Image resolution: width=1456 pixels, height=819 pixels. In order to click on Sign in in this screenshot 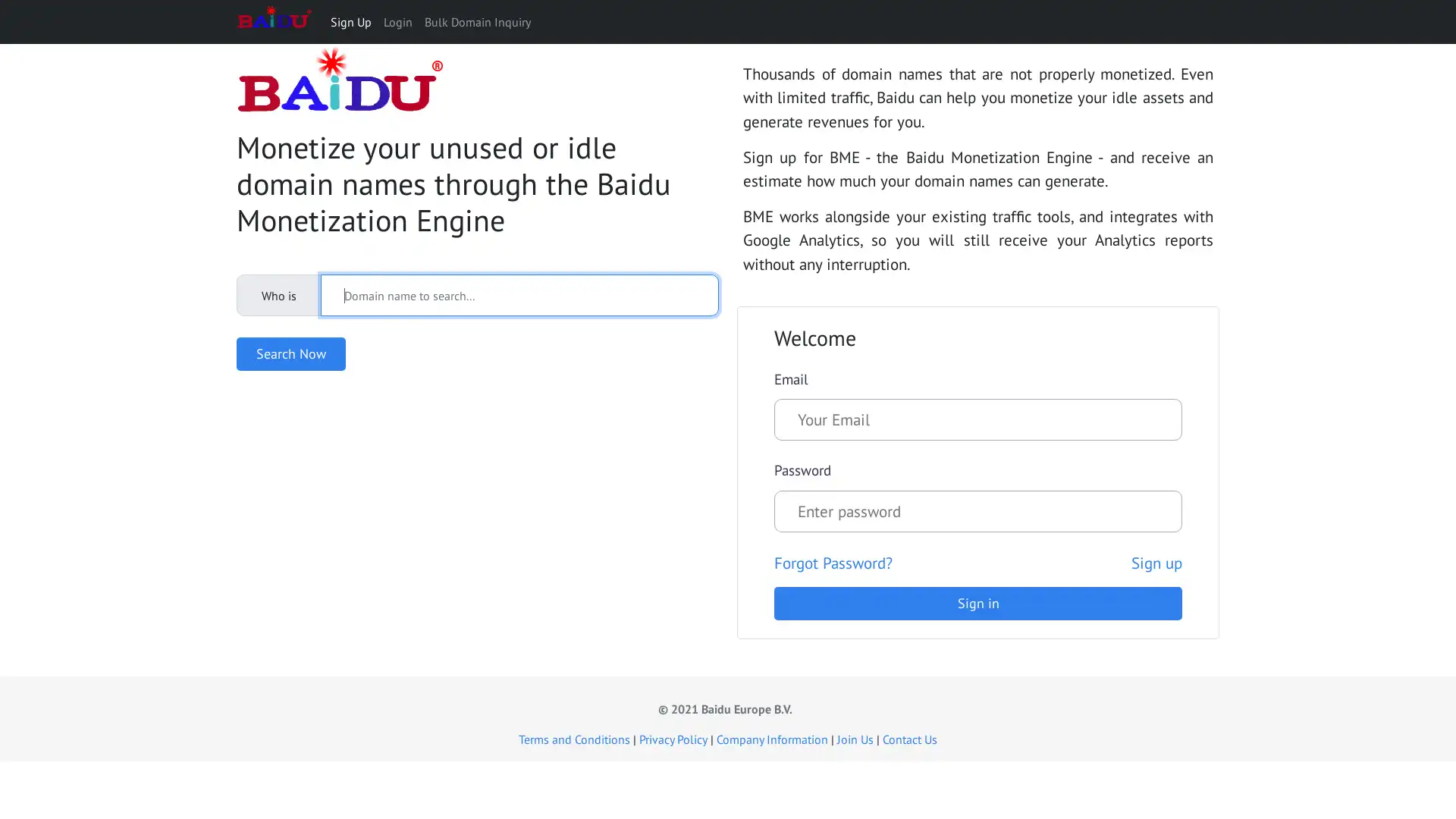, I will do `click(978, 601)`.